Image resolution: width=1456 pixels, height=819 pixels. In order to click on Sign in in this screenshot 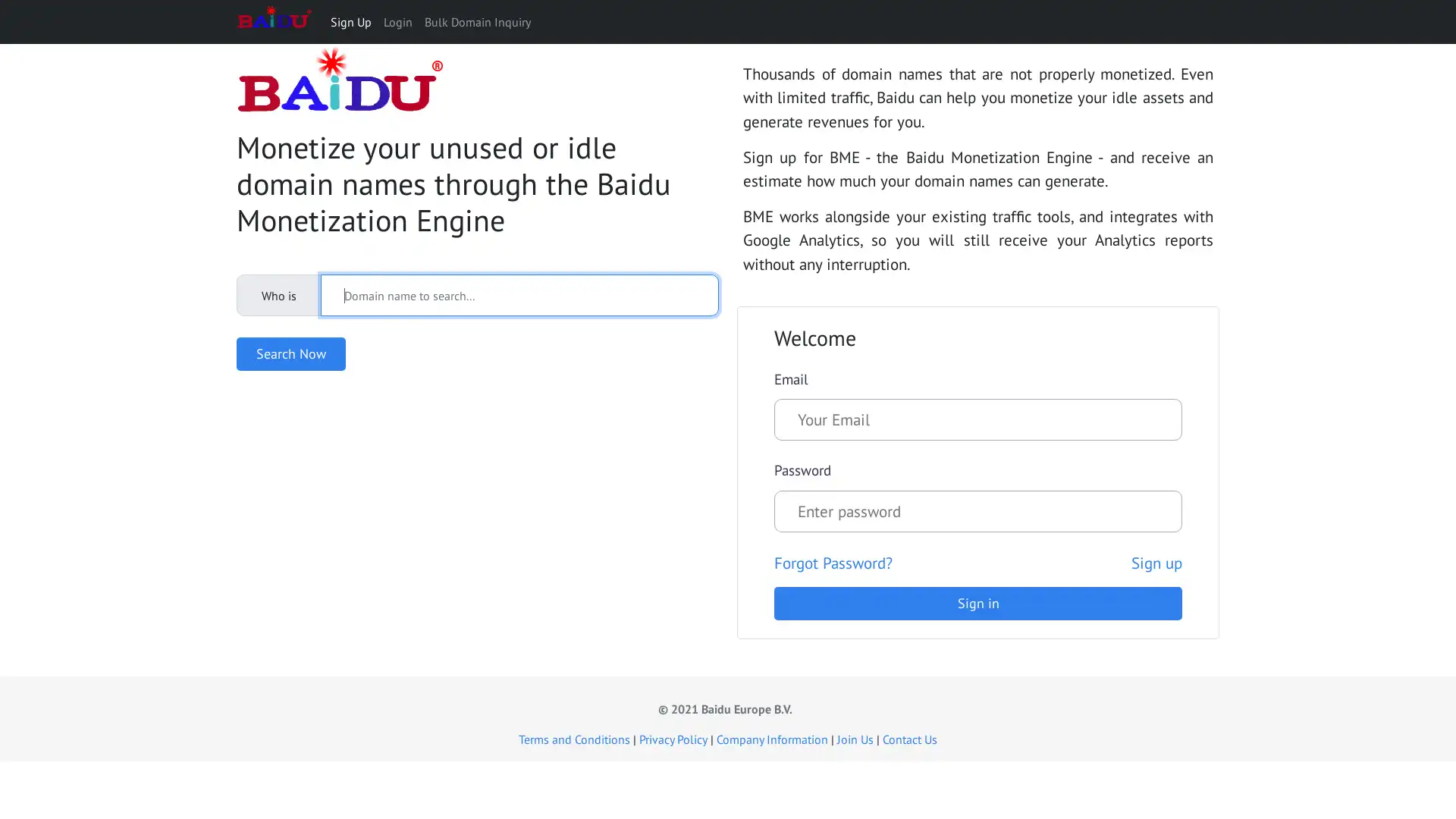, I will do `click(978, 601)`.